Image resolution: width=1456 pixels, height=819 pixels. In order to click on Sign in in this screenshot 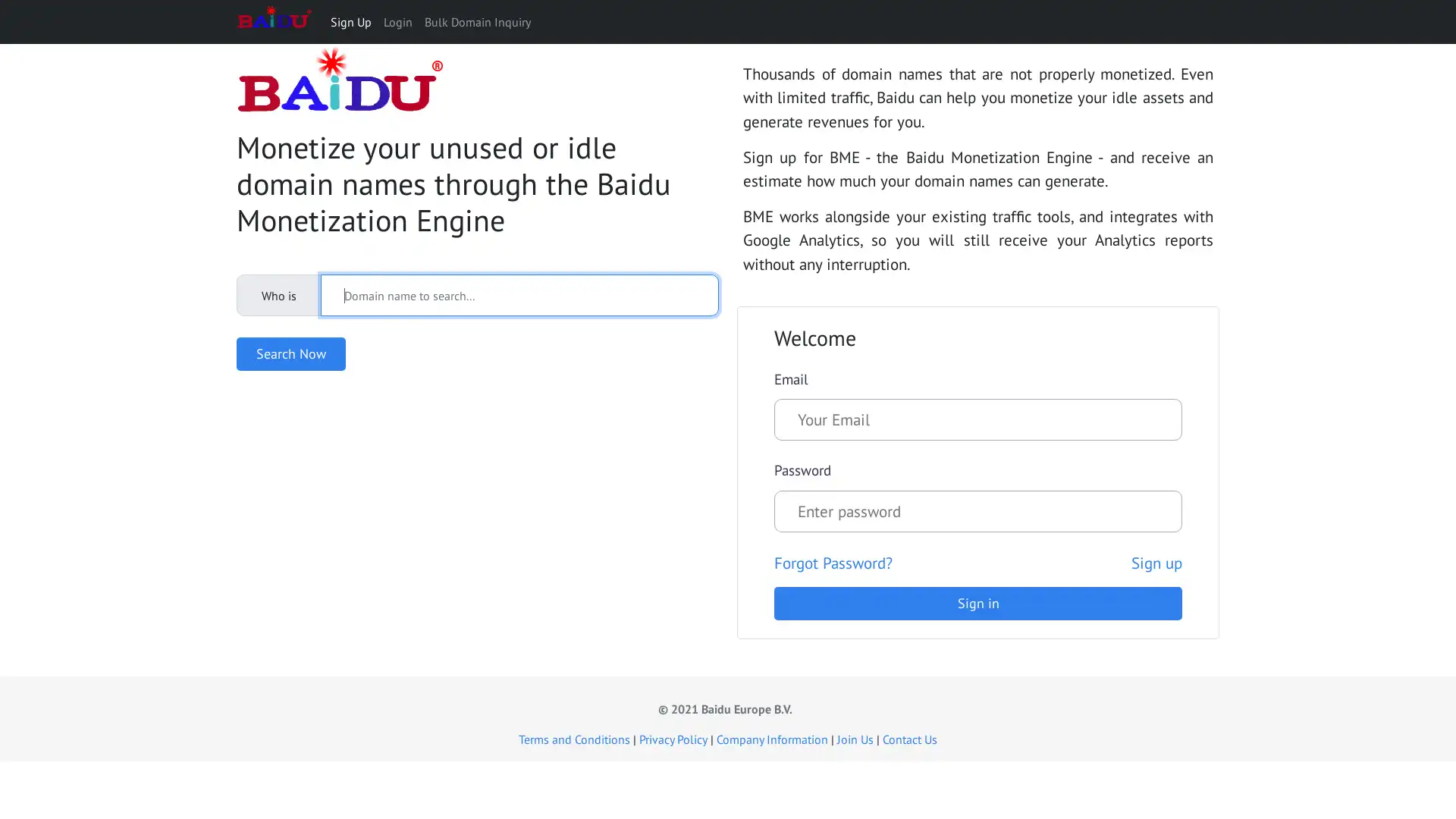, I will do `click(978, 601)`.